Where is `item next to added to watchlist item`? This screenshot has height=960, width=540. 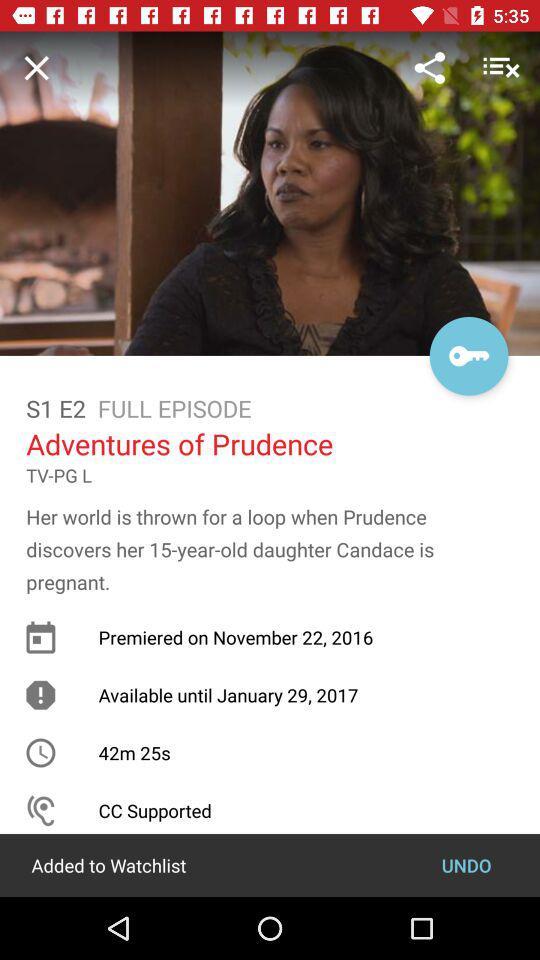
item next to added to watchlist item is located at coordinates (466, 864).